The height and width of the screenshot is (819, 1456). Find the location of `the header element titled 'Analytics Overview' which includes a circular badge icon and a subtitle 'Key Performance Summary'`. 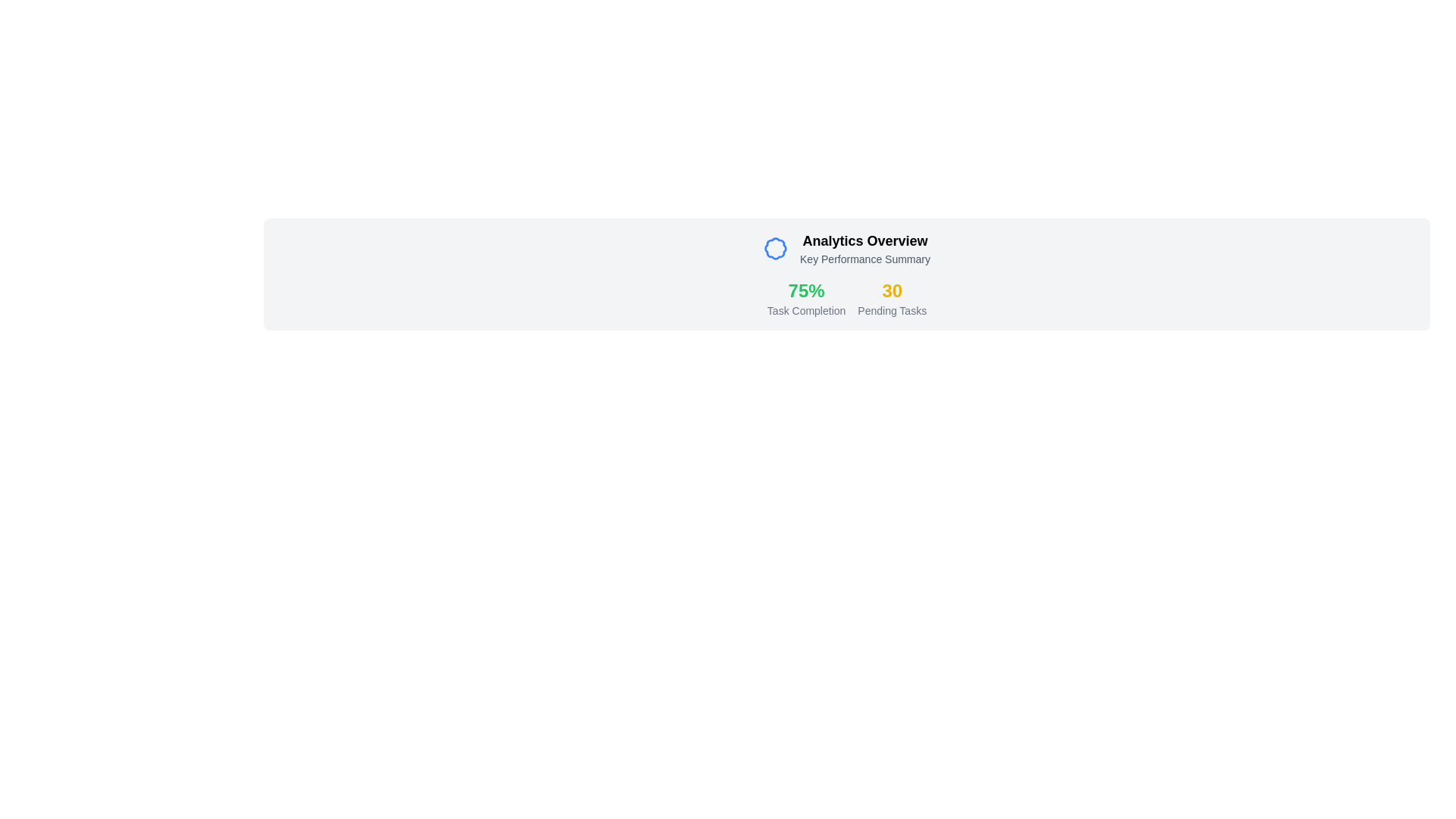

the header element titled 'Analytics Overview' which includes a circular badge icon and a subtitle 'Key Performance Summary' is located at coordinates (846, 247).